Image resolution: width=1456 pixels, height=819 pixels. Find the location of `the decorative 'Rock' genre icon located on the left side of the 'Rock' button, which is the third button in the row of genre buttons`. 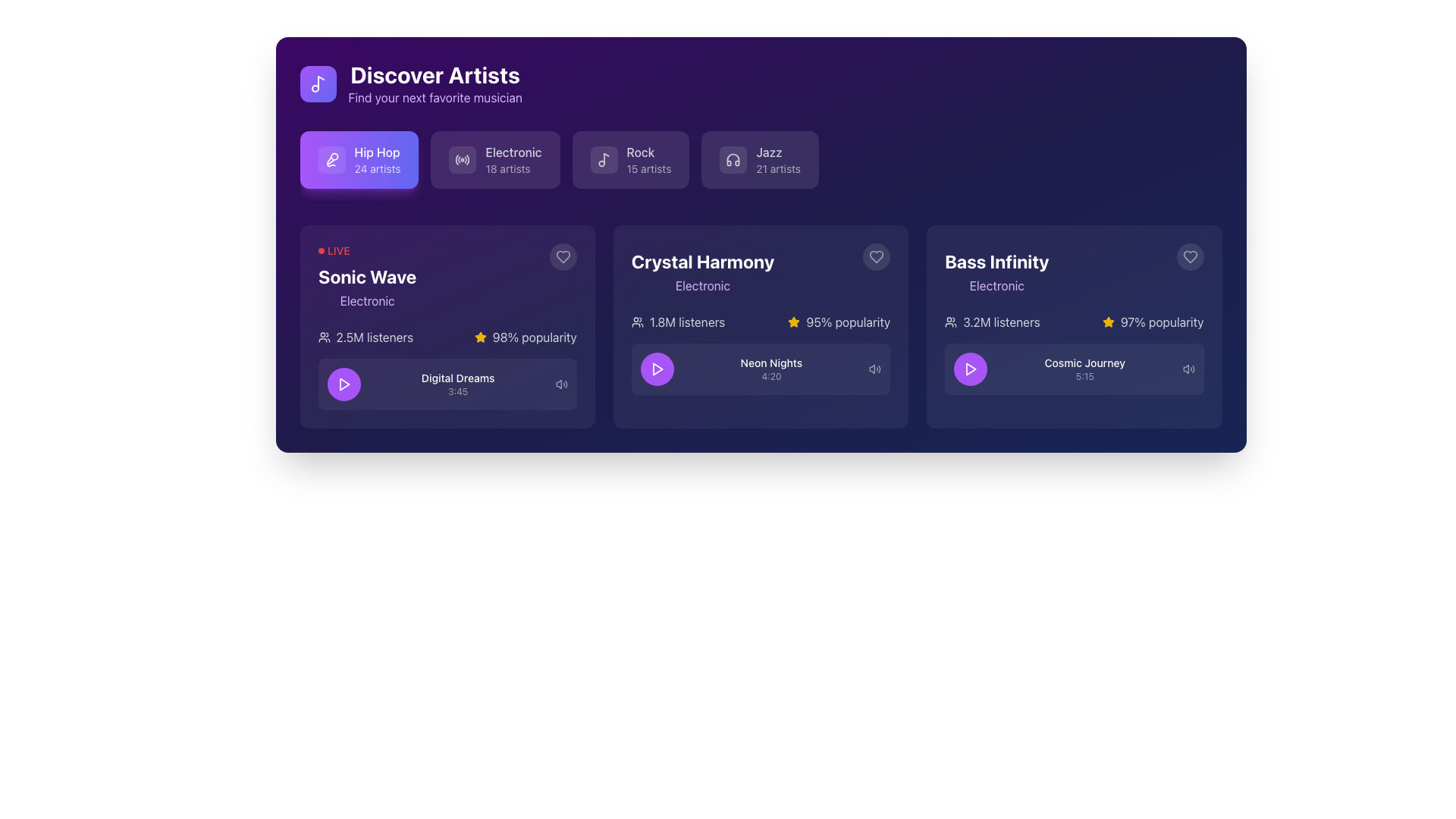

the decorative 'Rock' genre icon located on the left side of the 'Rock' button, which is the third button in the row of genre buttons is located at coordinates (603, 160).